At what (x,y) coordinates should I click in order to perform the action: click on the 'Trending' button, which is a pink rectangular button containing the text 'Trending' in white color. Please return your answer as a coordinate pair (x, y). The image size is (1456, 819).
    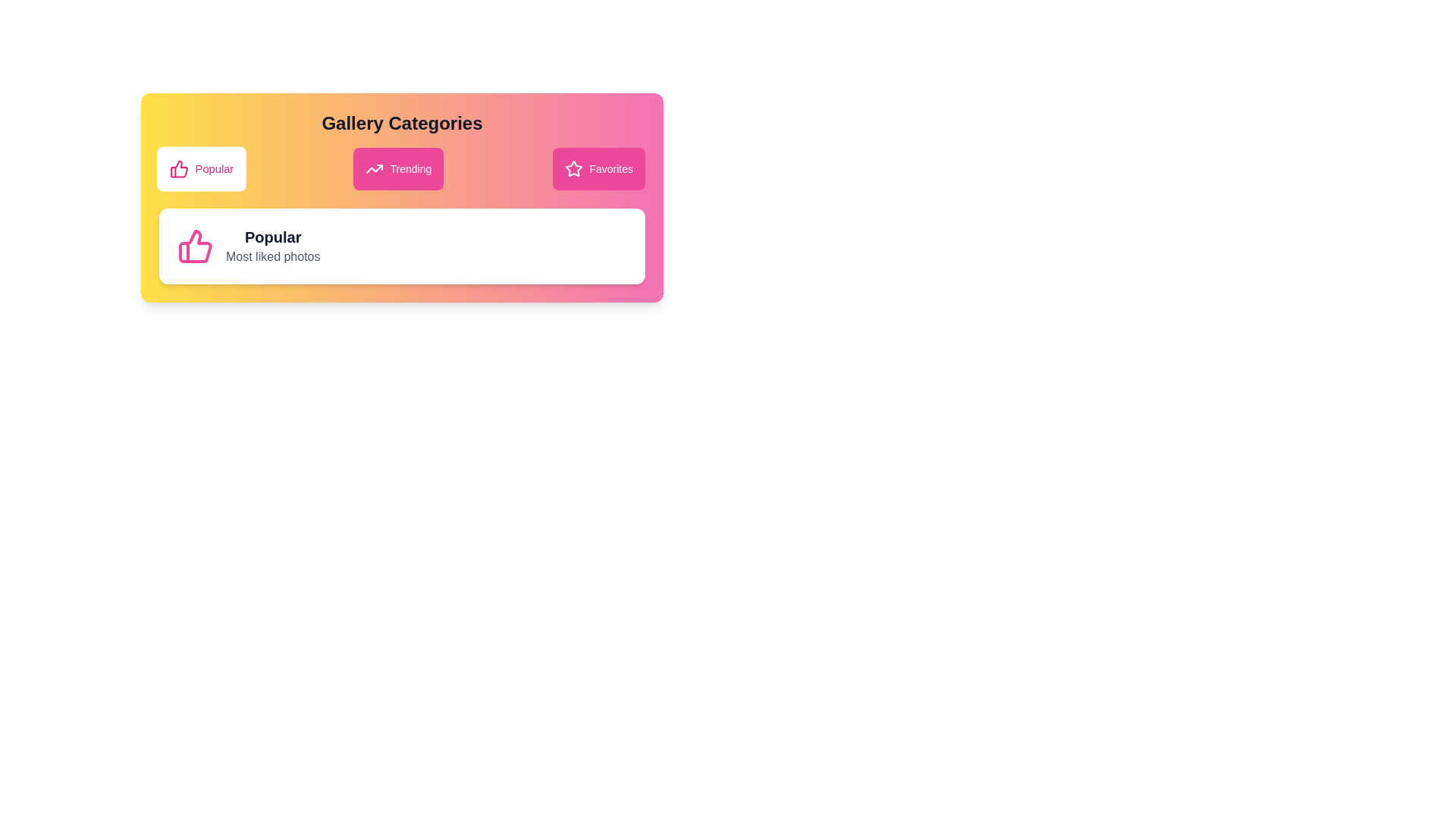
    Looking at the image, I should click on (410, 169).